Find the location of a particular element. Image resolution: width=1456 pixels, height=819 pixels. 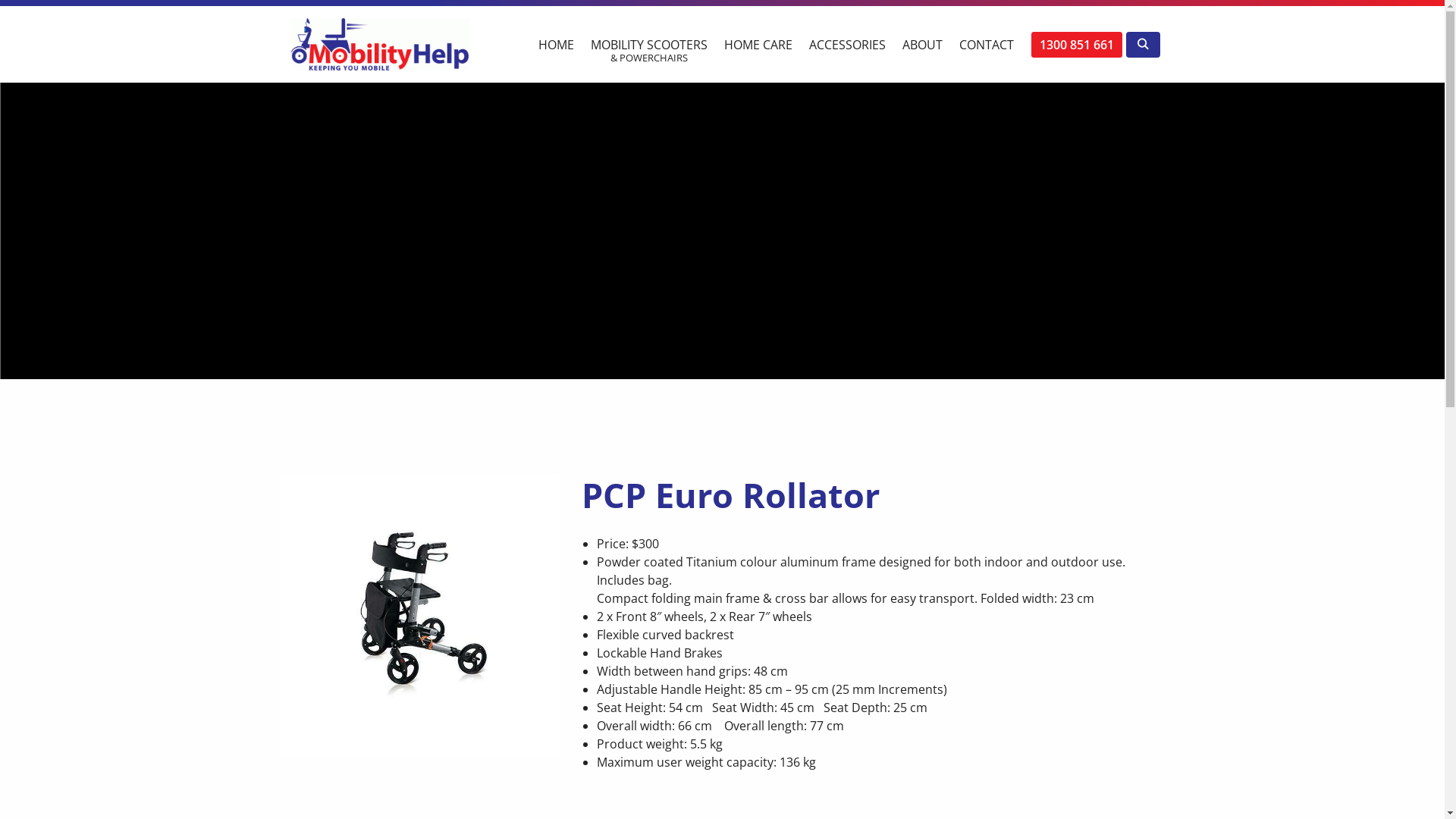

'ACCESSORIES' is located at coordinates (846, 36).